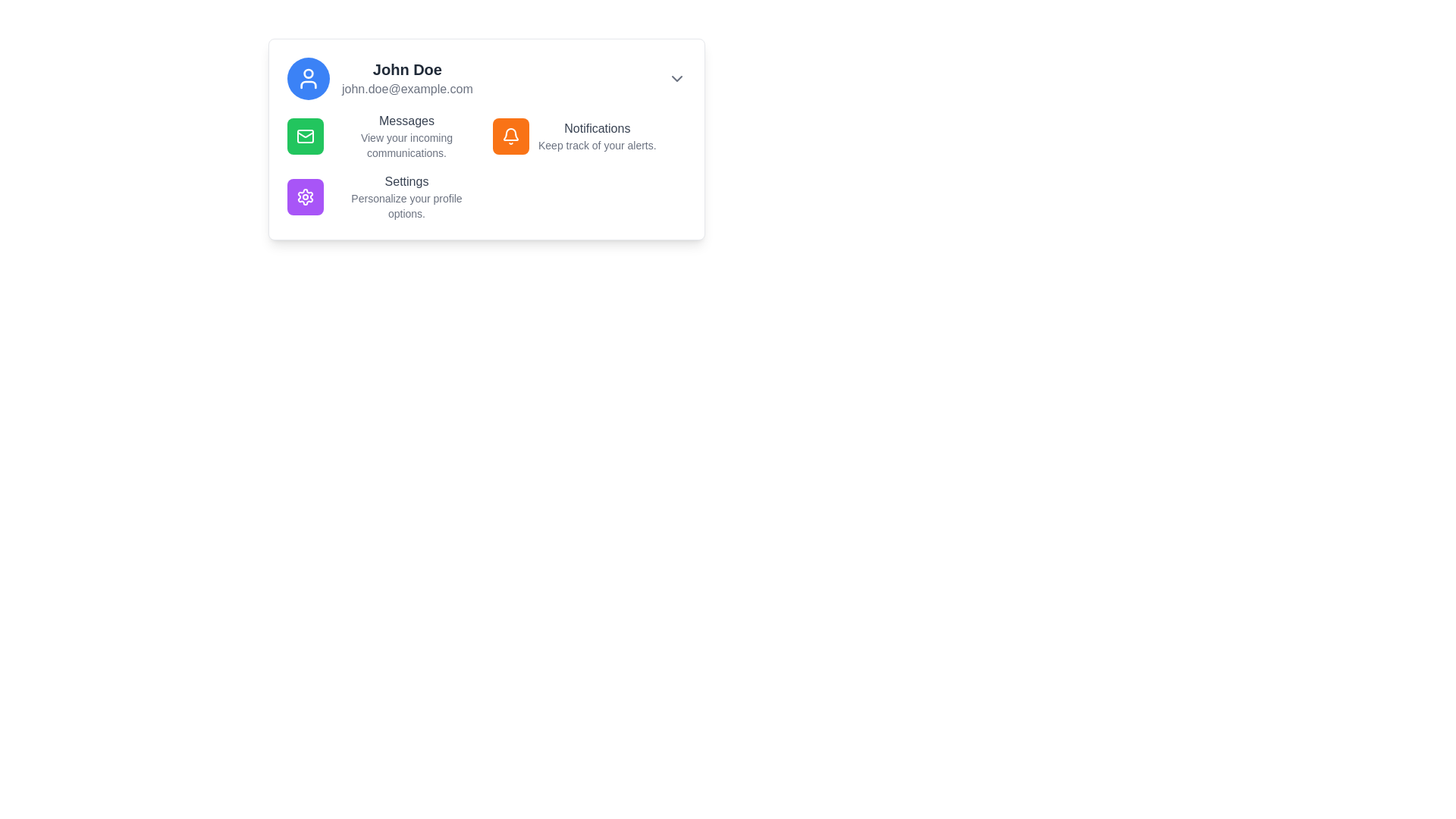 This screenshot has height=819, width=1456. I want to click on the text label displaying 'John Doe', which is styled in bold and serves as a heading for user details, so click(407, 70).